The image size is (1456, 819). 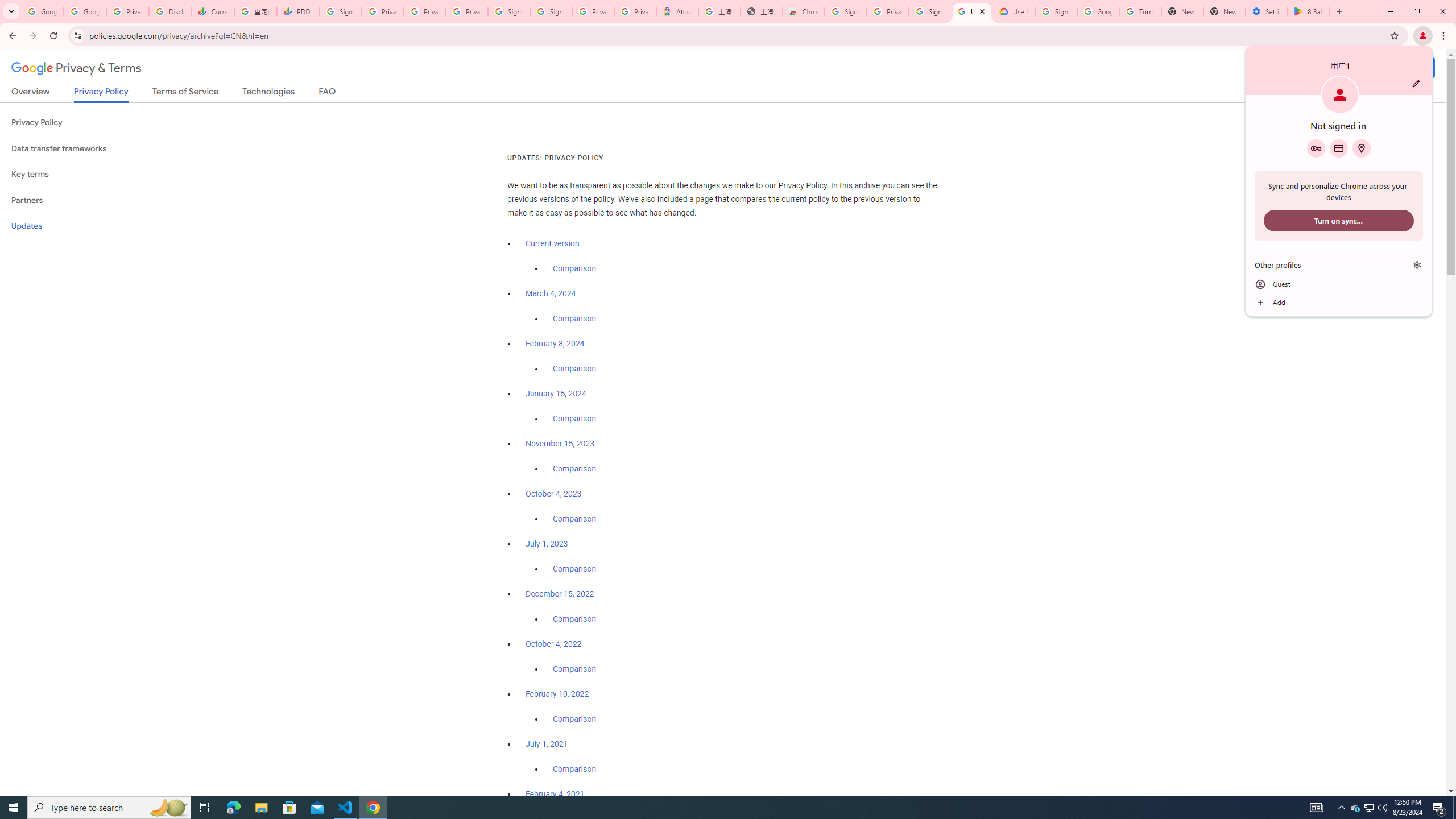 What do you see at coordinates (76, 68) in the screenshot?
I see `'Privacy & Terms'` at bounding box center [76, 68].